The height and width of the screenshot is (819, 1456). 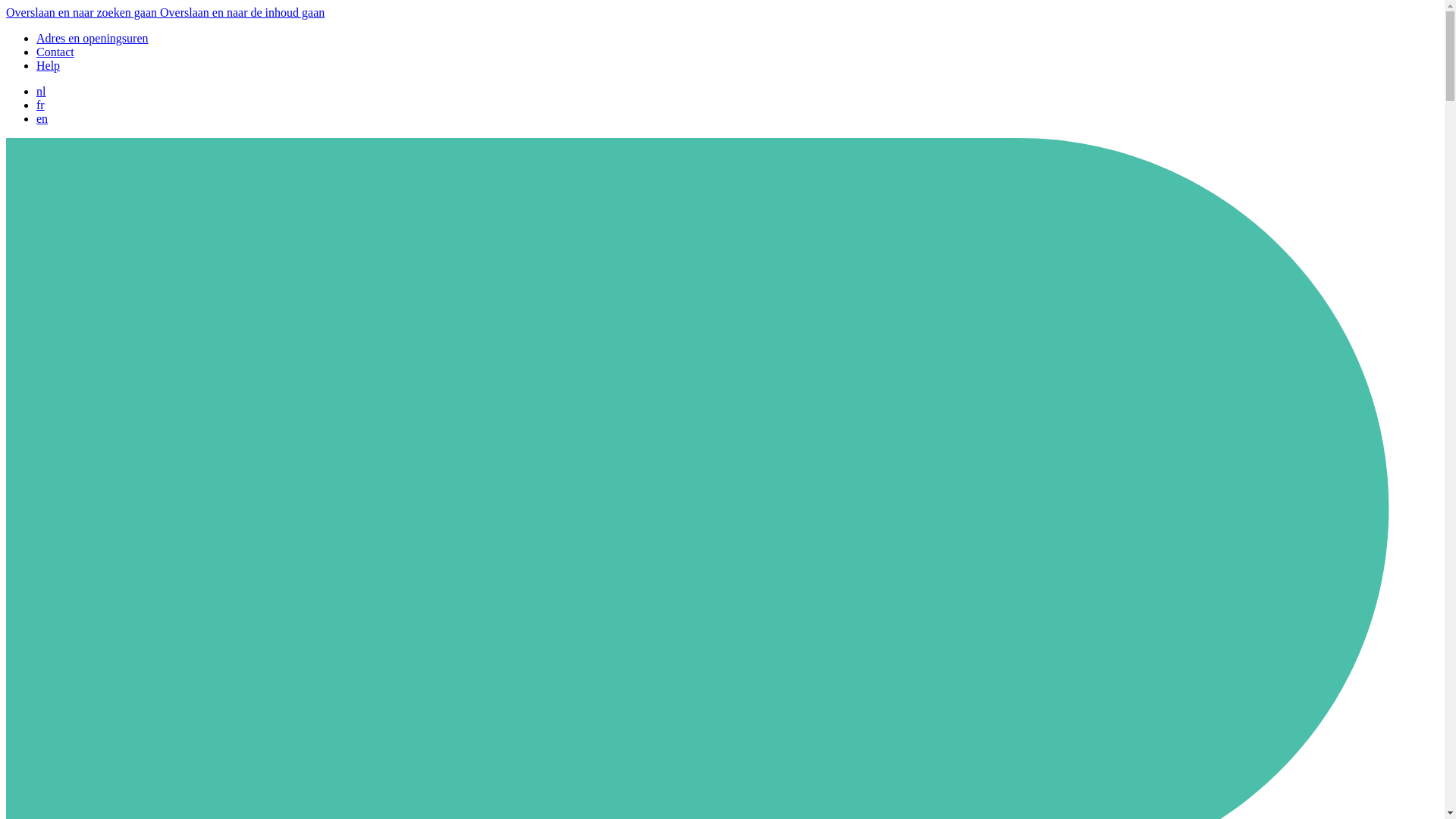 What do you see at coordinates (36, 104) in the screenshot?
I see `'fr'` at bounding box center [36, 104].